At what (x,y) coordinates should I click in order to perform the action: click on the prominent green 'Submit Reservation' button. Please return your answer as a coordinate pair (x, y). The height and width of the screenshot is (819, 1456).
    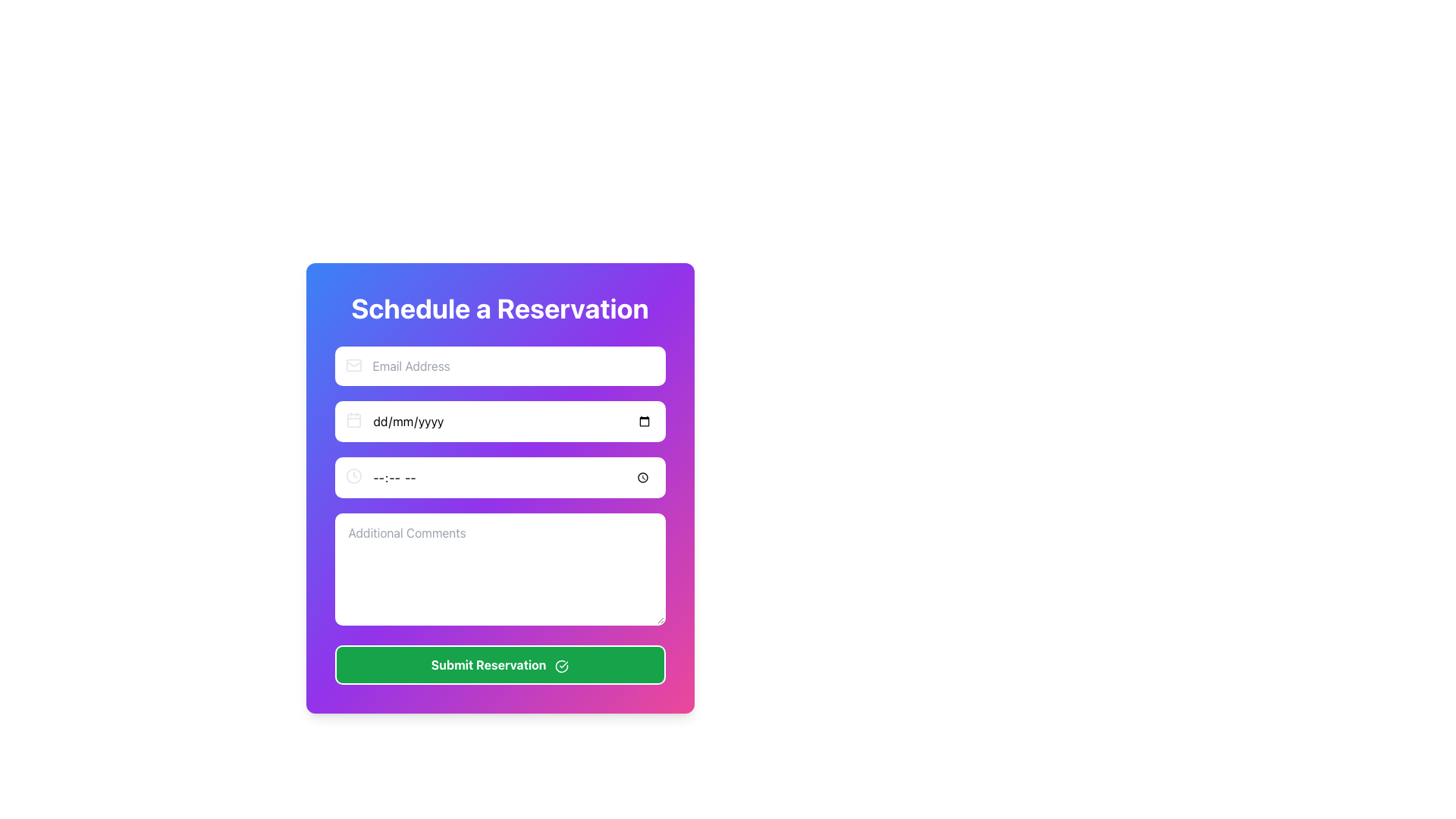
    Looking at the image, I should click on (500, 664).